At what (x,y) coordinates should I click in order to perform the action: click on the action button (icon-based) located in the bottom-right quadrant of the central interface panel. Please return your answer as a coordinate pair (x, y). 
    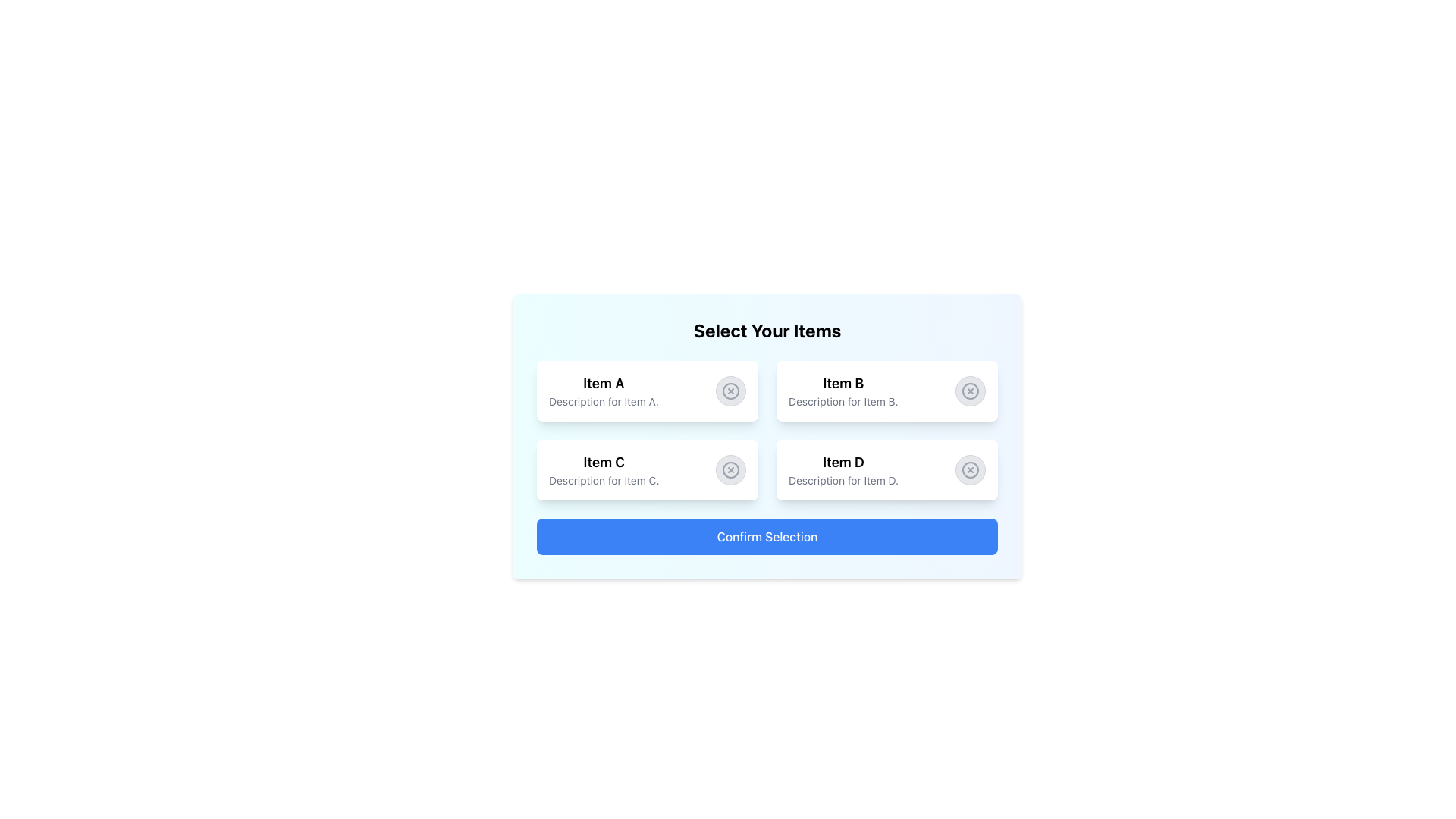
    Looking at the image, I should click on (971, 469).